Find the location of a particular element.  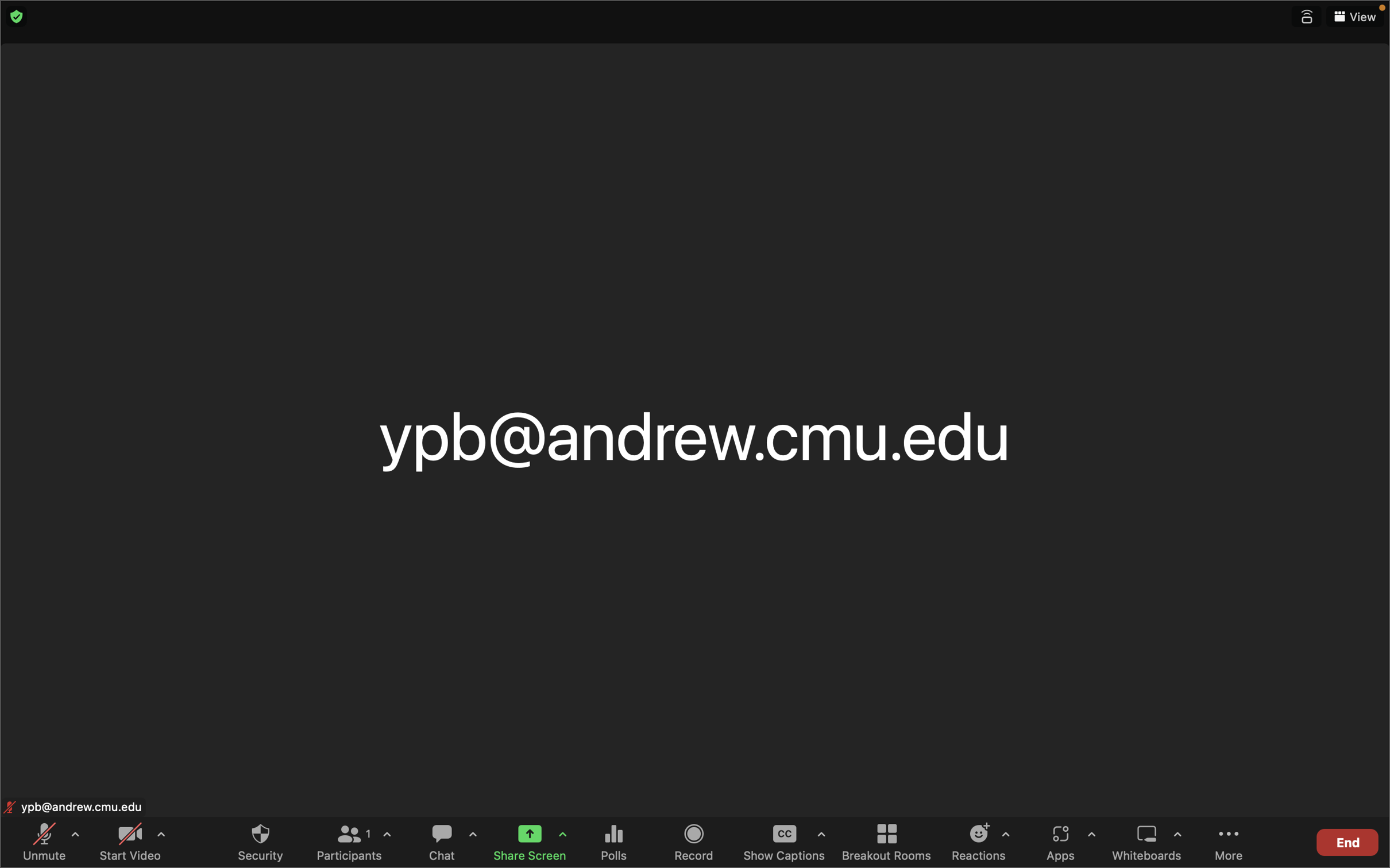

the share screen options is located at coordinates (562, 836).